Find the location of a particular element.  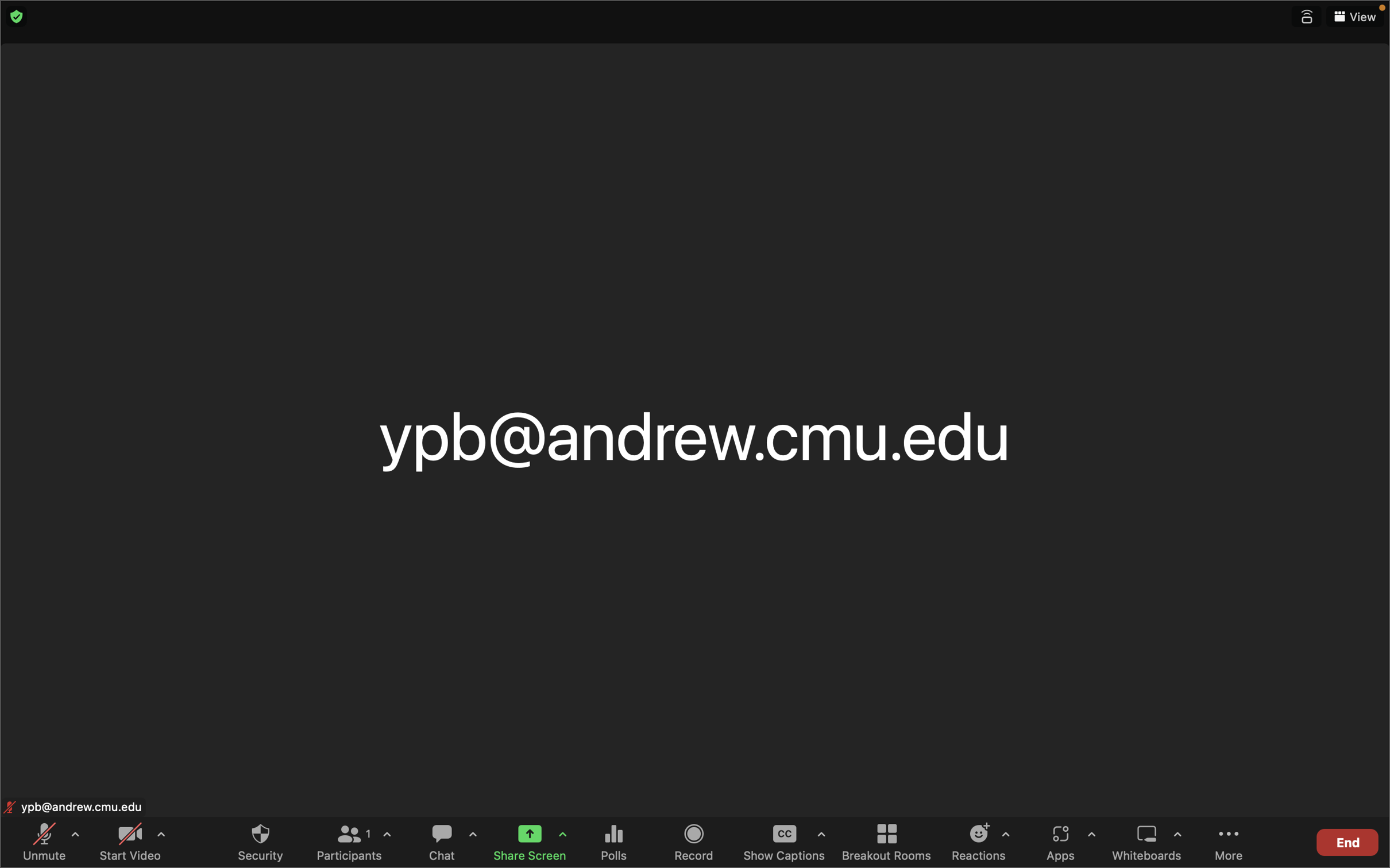

the share screen options is located at coordinates (562, 836).